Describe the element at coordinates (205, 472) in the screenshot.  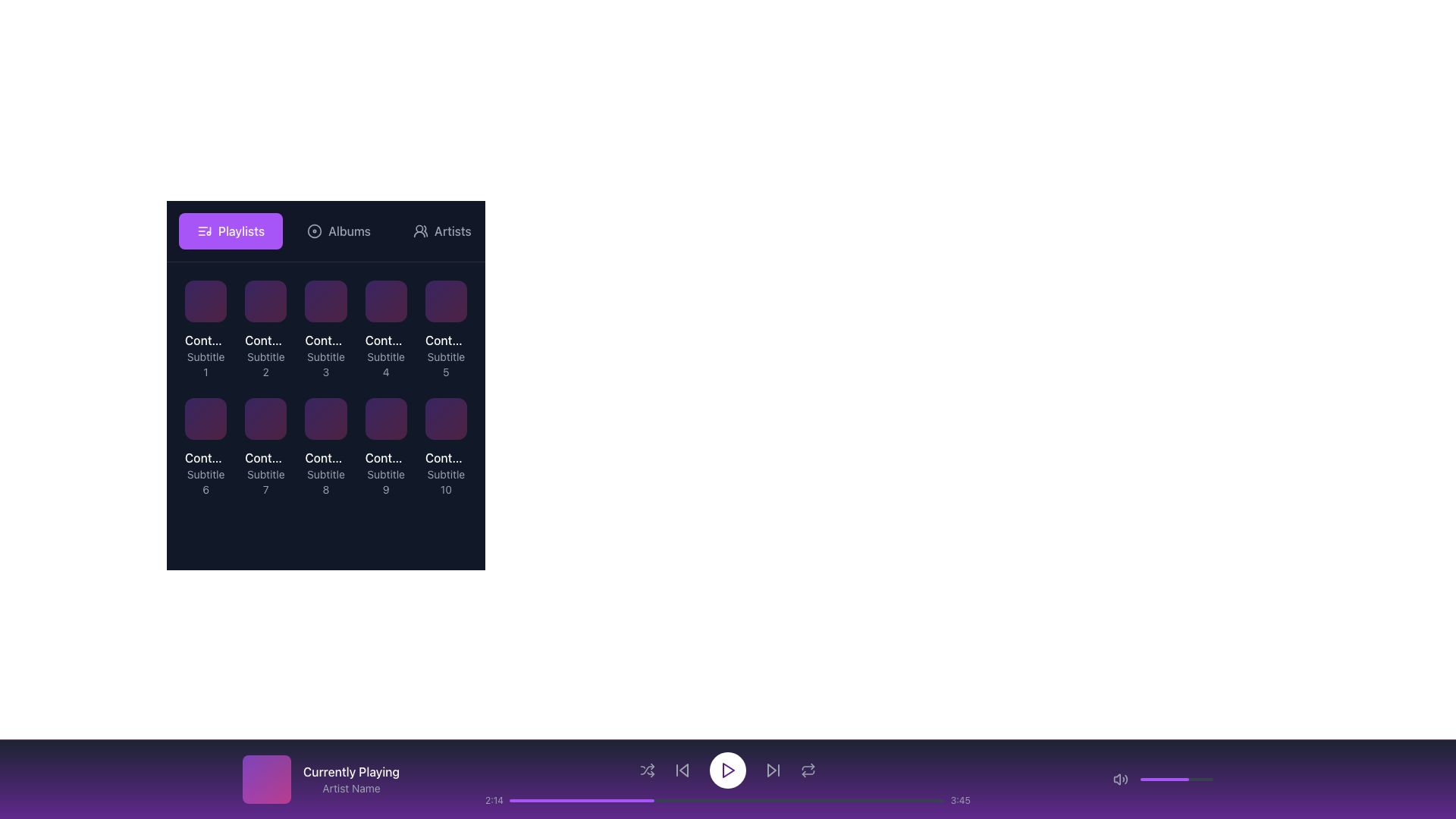
I see `text content of the labeled card located in the second row and first column of the grid layout` at that location.